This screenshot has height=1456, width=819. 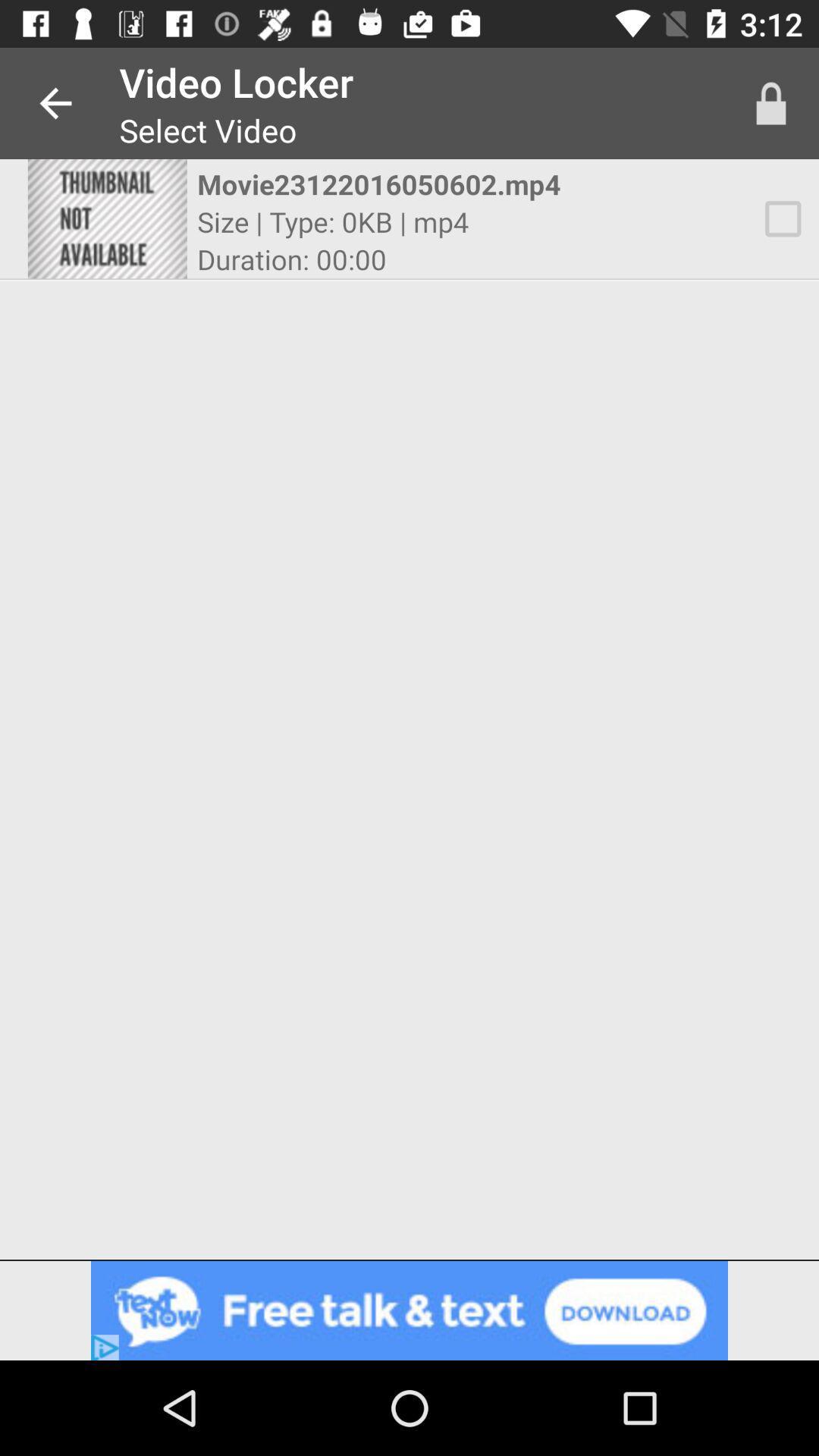 What do you see at coordinates (409, 1310) in the screenshot?
I see `open advertisement landing page` at bounding box center [409, 1310].